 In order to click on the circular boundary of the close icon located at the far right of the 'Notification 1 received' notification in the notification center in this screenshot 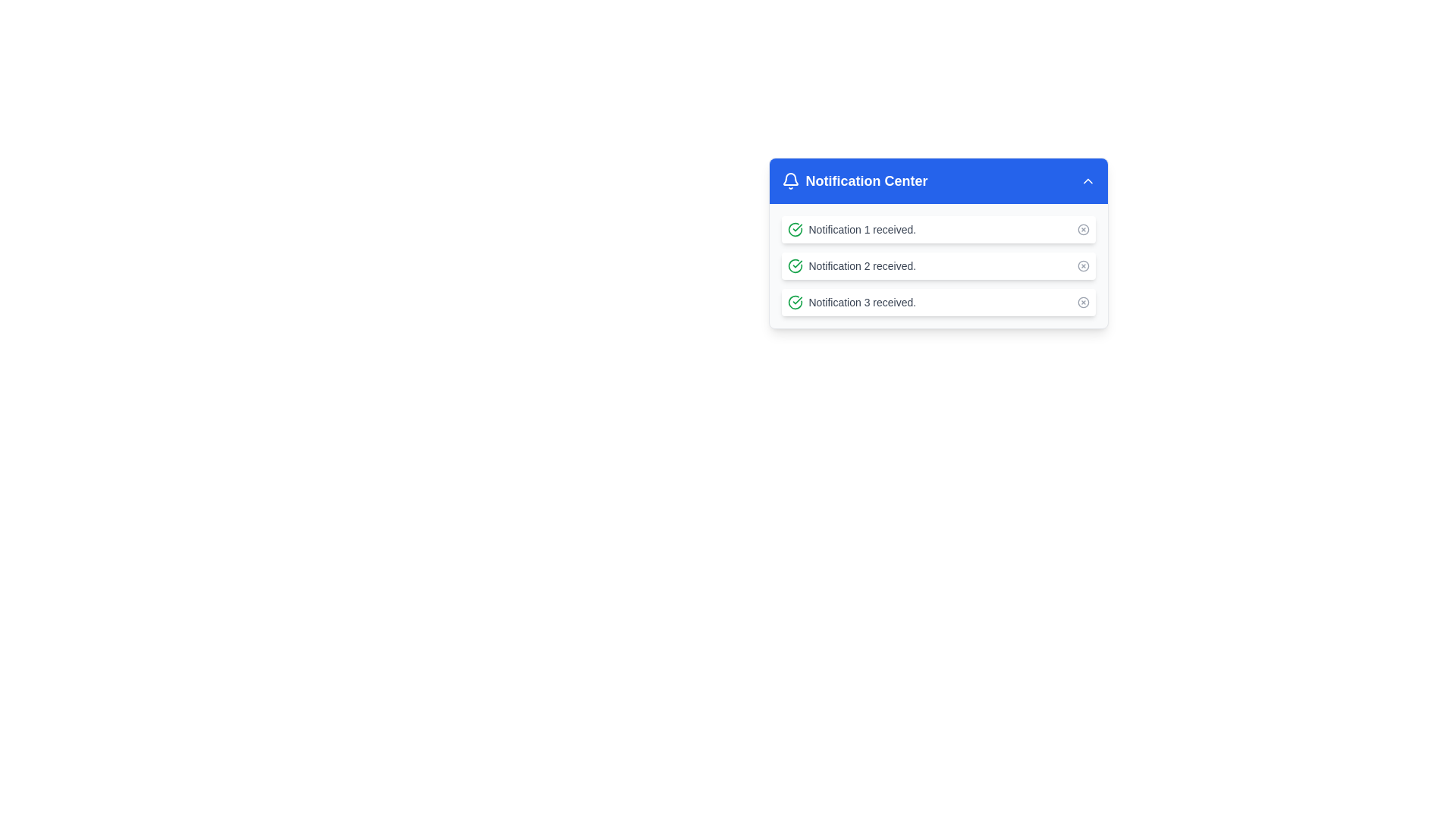, I will do `click(1082, 230)`.